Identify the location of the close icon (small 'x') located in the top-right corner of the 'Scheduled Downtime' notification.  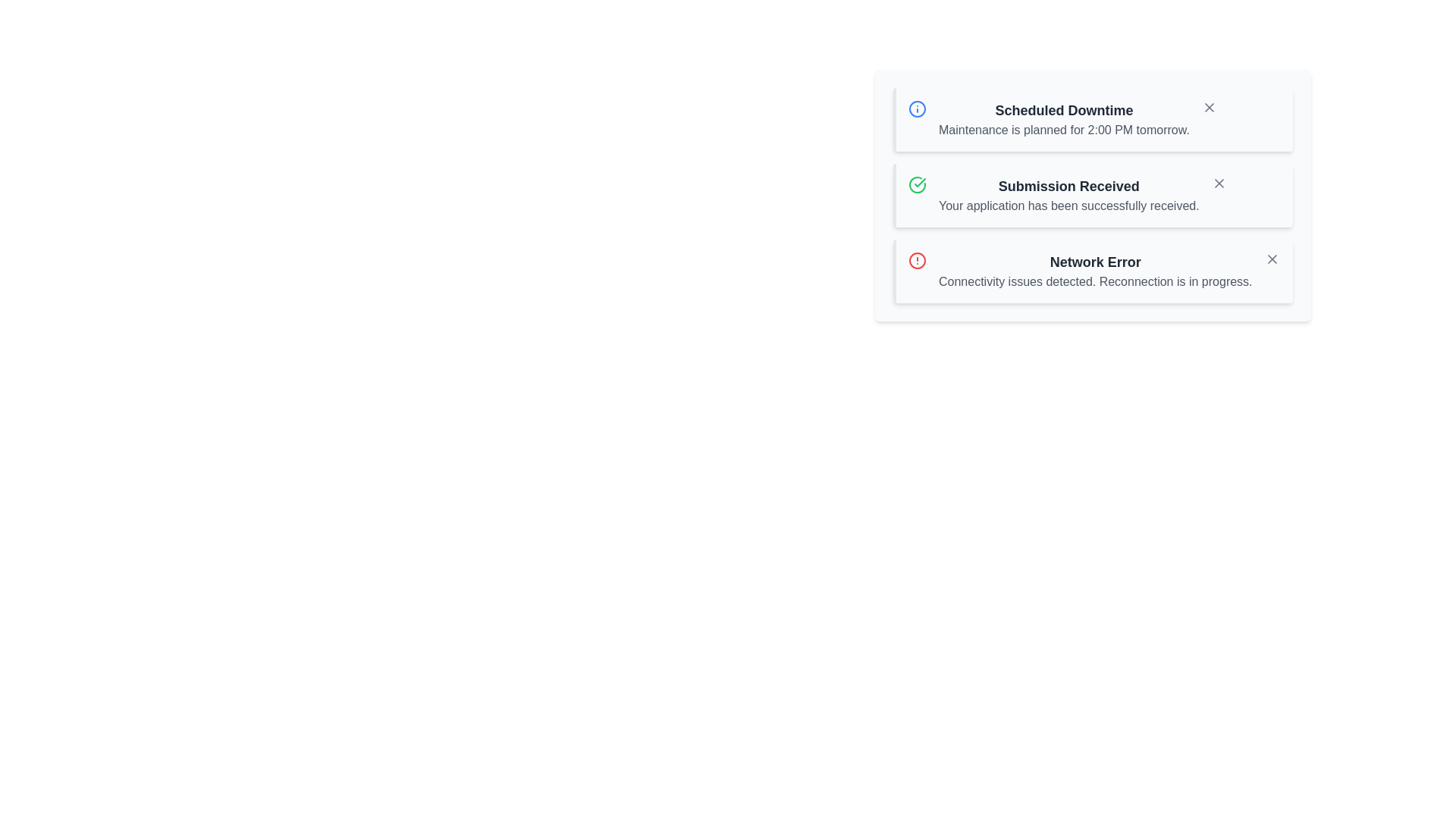
(1208, 107).